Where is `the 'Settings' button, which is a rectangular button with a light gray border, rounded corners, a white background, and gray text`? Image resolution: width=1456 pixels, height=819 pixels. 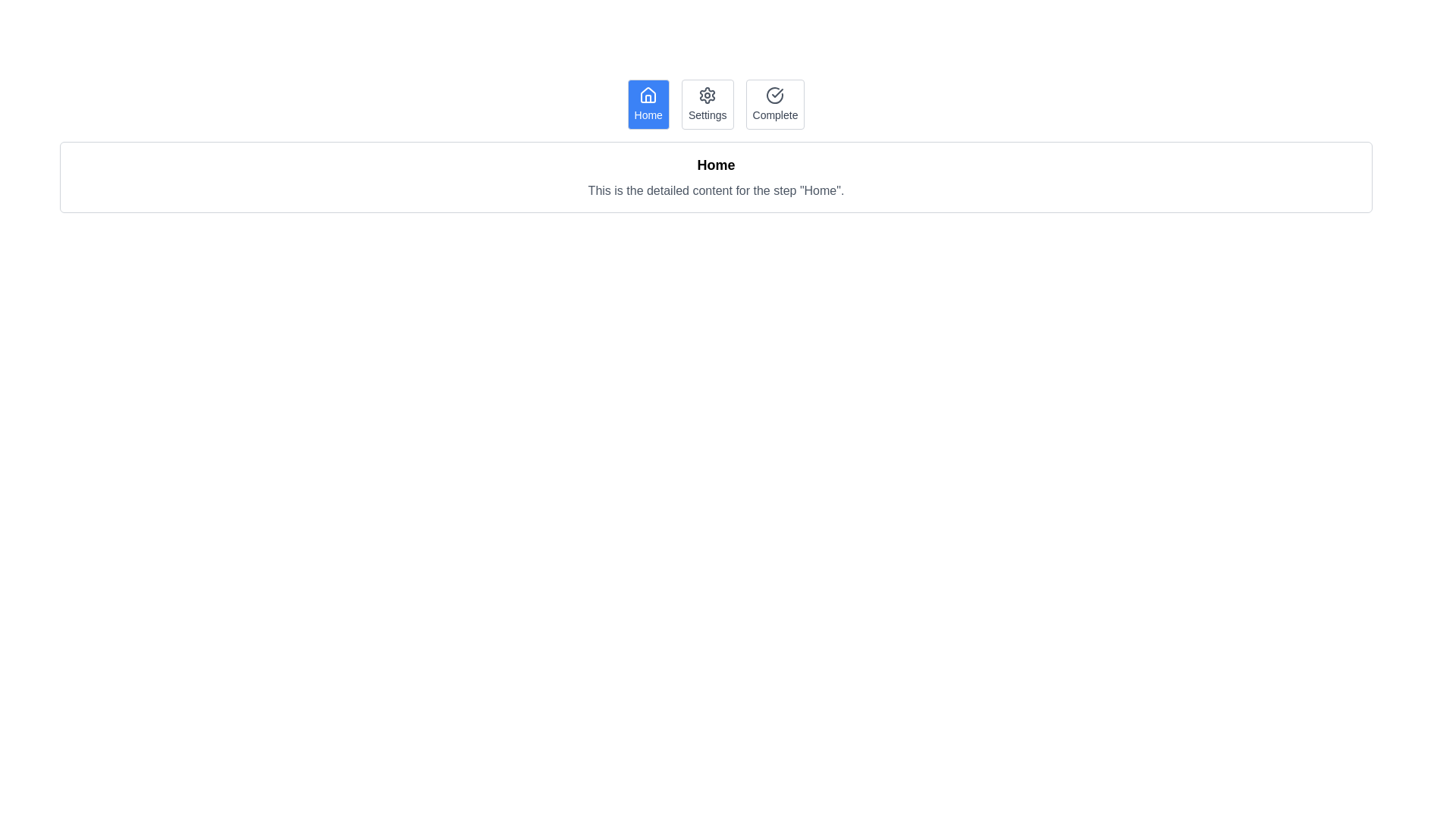 the 'Settings' button, which is a rectangular button with a light gray border, rounded corners, a white background, and gray text is located at coordinates (707, 104).